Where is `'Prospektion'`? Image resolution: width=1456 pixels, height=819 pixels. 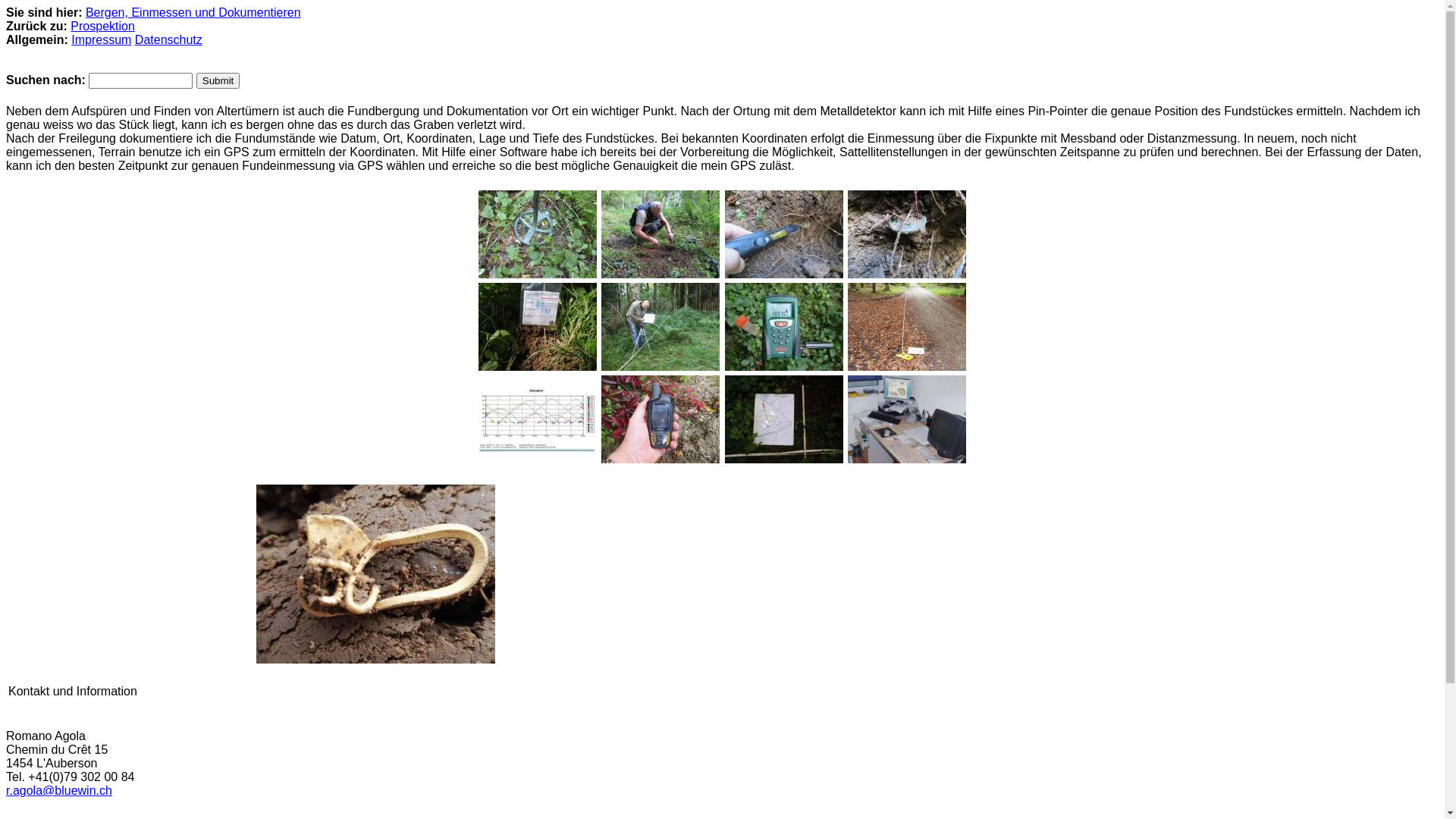 'Prospektion' is located at coordinates (102, 26).